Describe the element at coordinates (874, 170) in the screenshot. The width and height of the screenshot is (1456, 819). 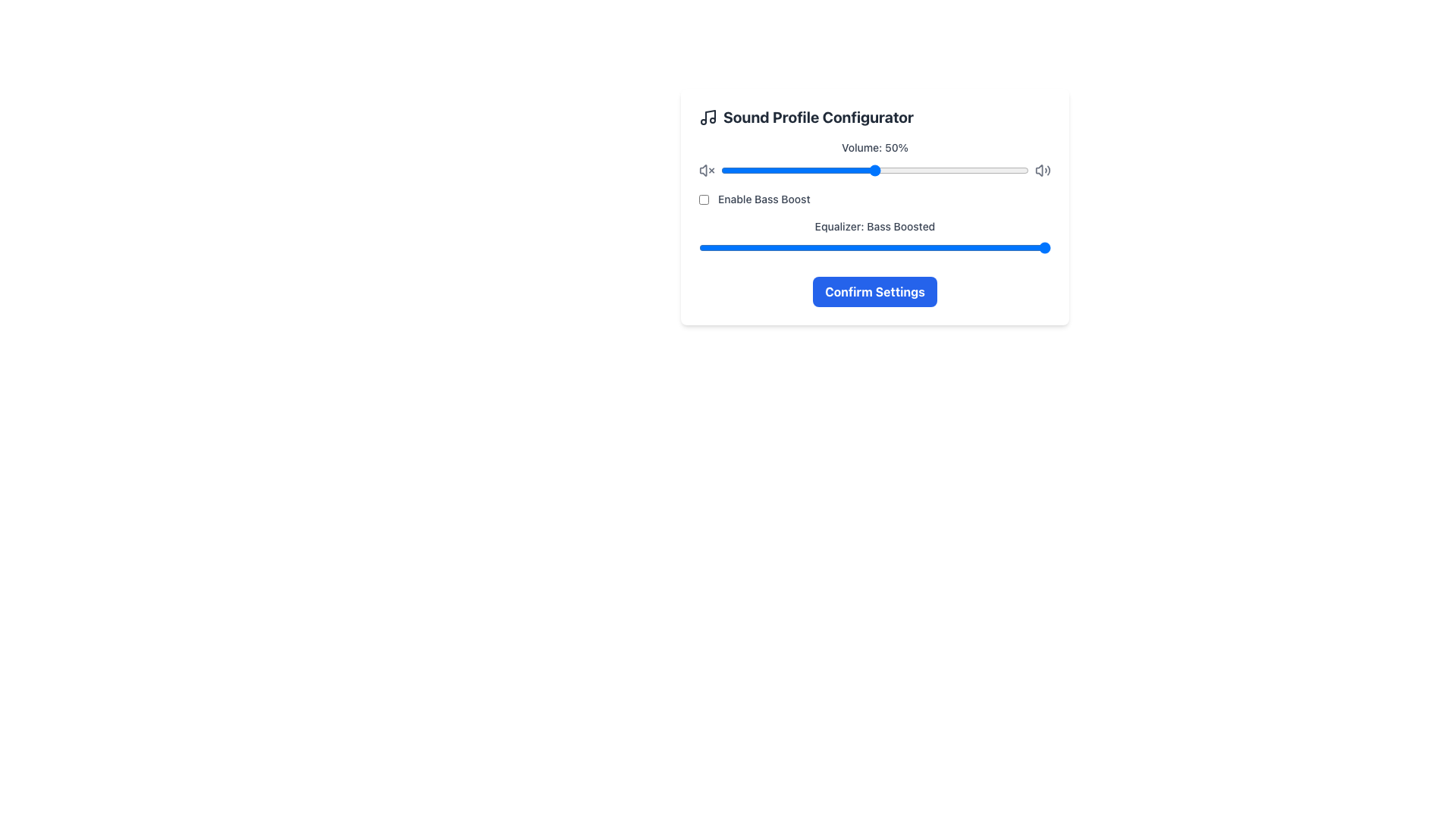
I see `the horizontal slider labeled 'Volume: 50%'` at that location.